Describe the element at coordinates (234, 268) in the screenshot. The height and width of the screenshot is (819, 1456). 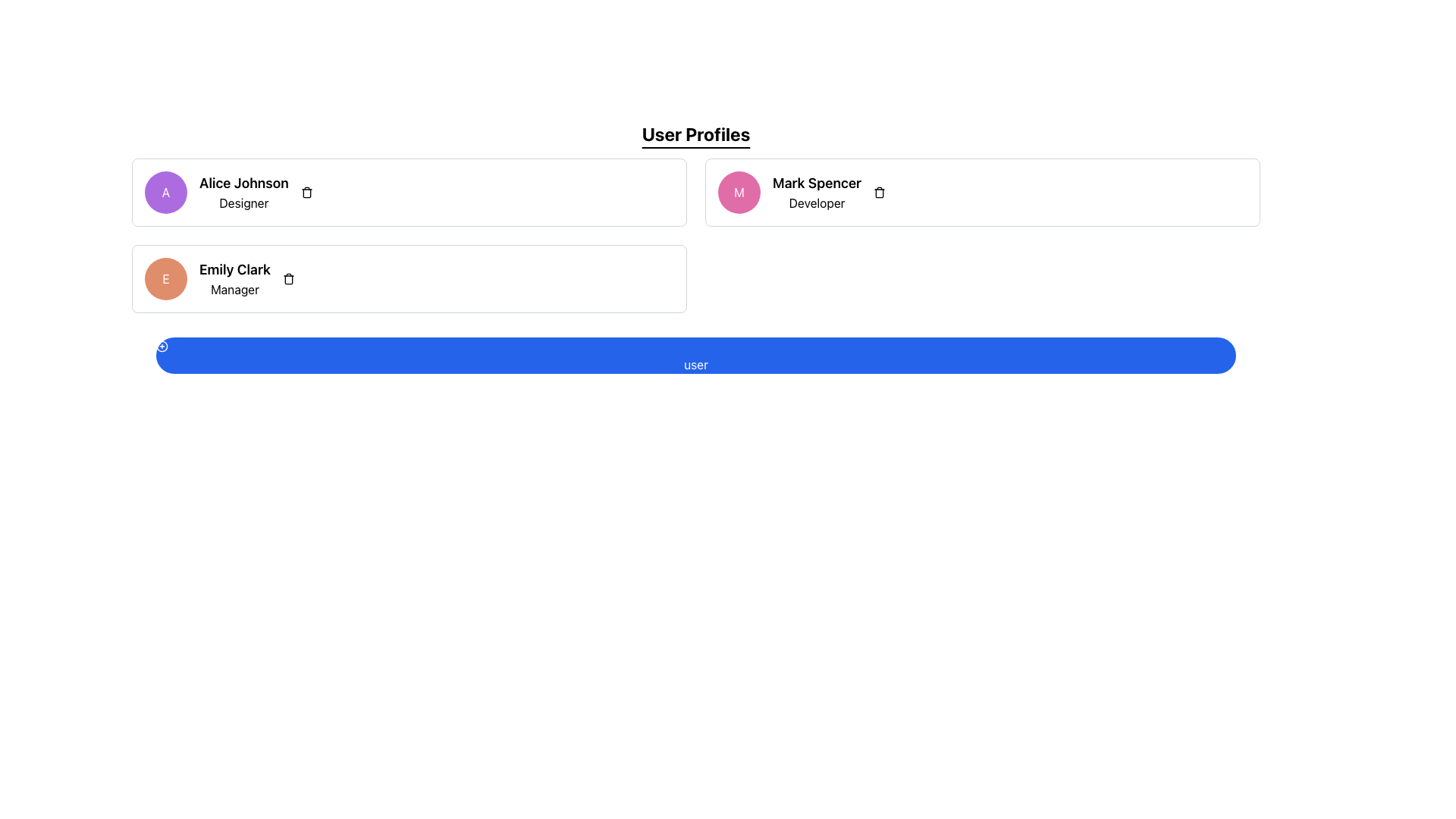
I see `the text label displaying 'Emily Clark', which is bold and larger than surrounding text, positioned in the second row of the user list card, adjacent to the circular avatar with 'E' and above the 'Manager' text` at that location.